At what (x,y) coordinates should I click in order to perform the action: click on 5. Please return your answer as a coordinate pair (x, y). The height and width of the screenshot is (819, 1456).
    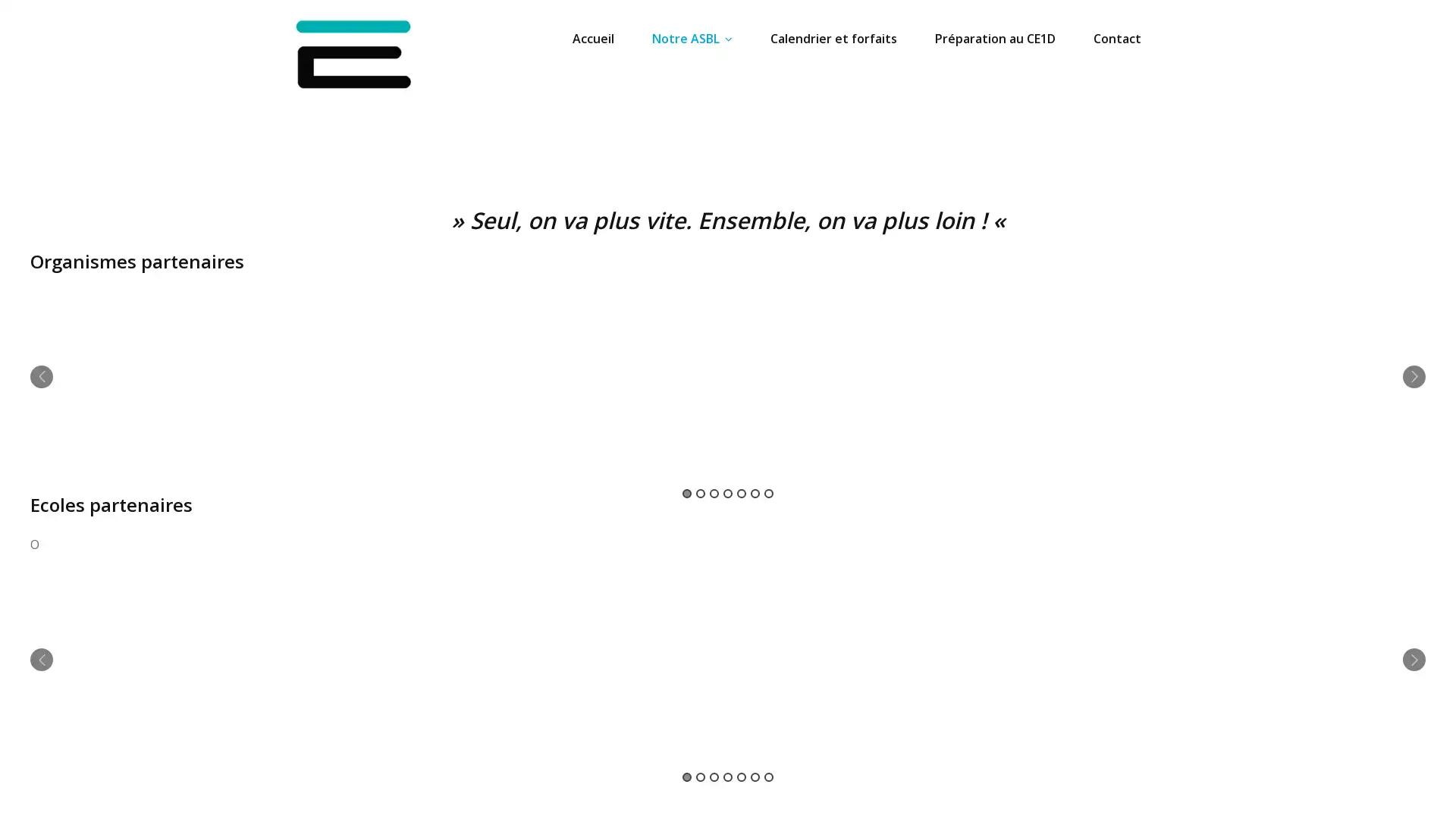
    Looking at the image, I should click on (742, 494).